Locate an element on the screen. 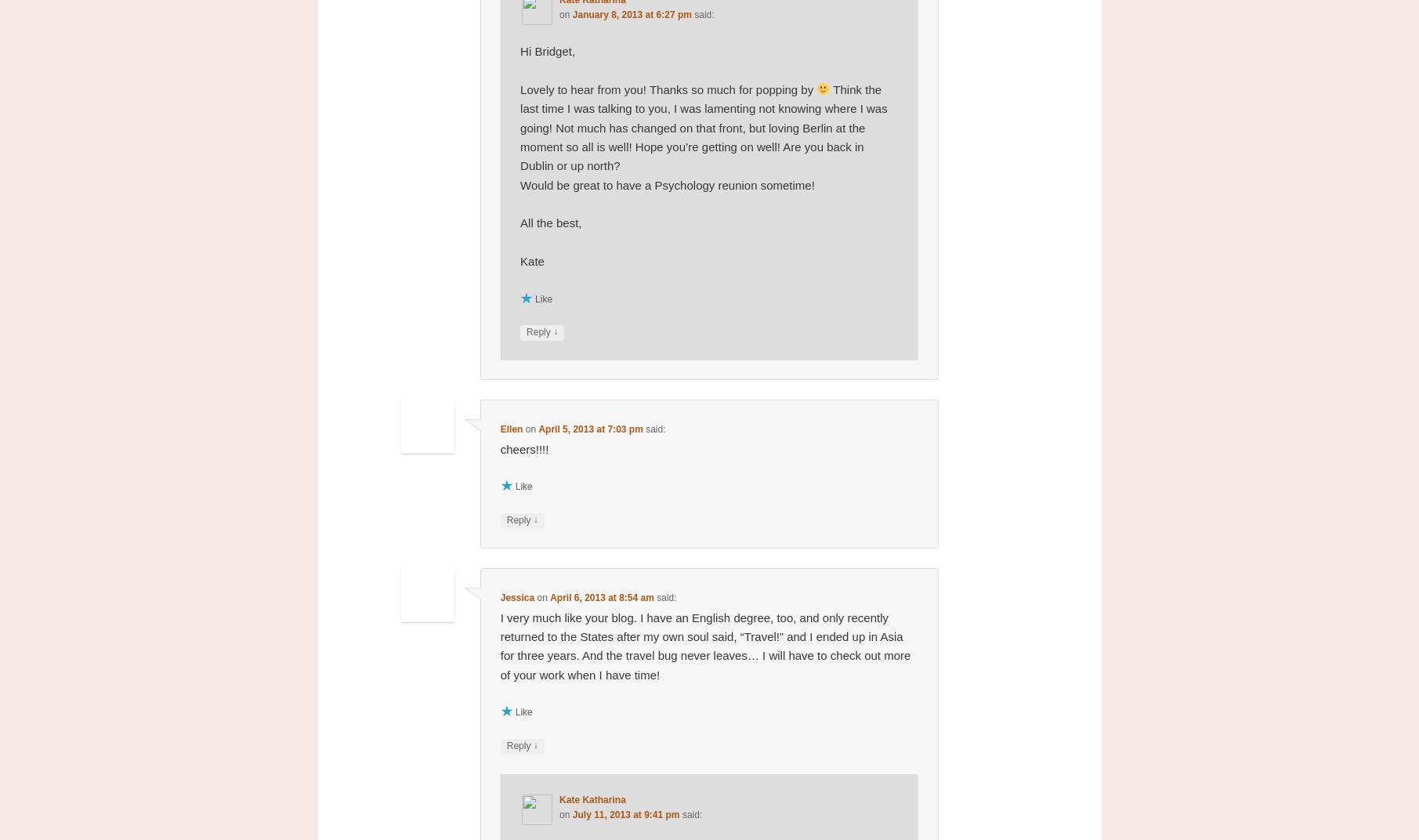  'January 8, 2013 at 6:27 pm' is located at coordinates (632, 13).